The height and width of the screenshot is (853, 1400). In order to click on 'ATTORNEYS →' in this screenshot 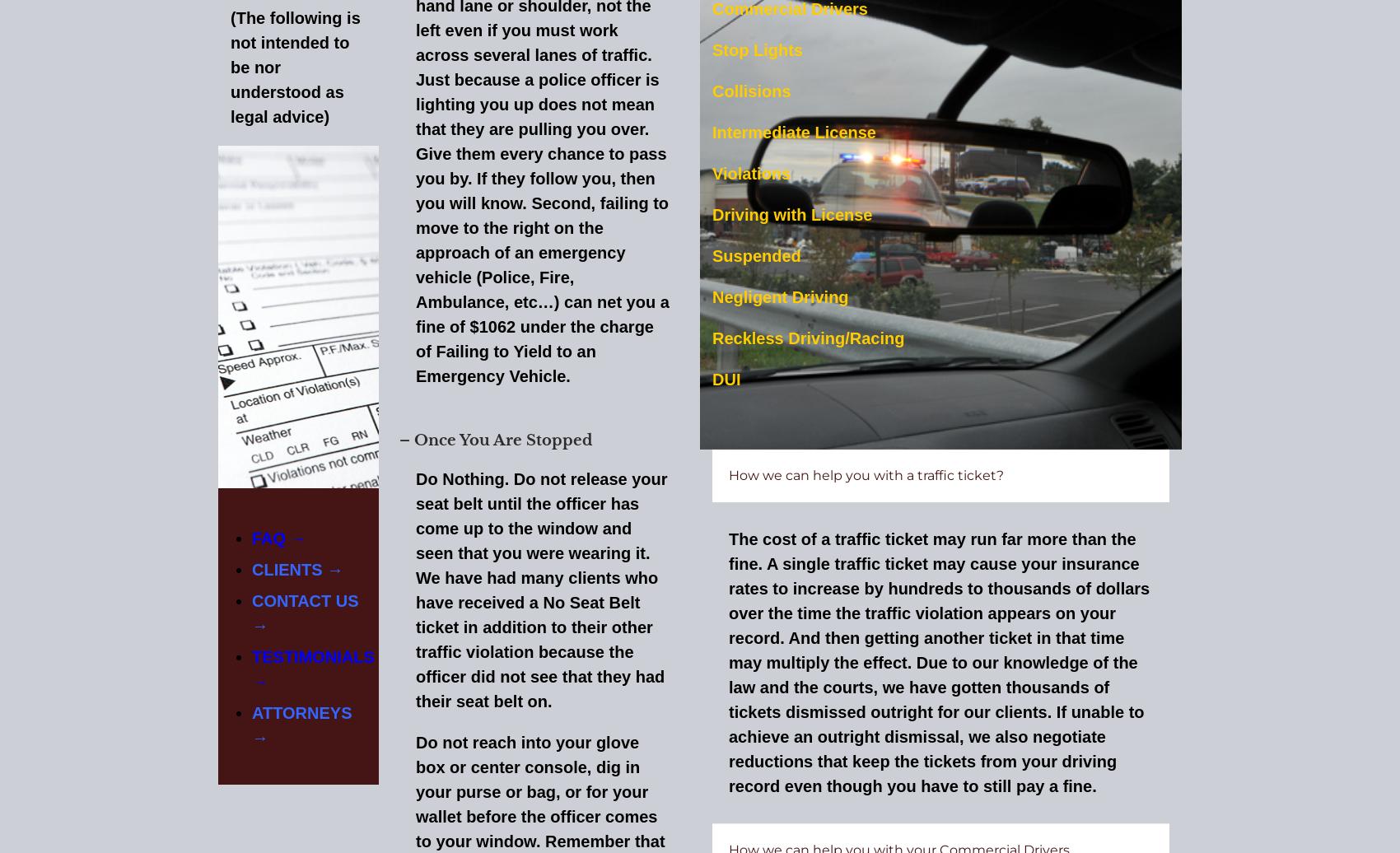, I will do `click(301, 724)`.